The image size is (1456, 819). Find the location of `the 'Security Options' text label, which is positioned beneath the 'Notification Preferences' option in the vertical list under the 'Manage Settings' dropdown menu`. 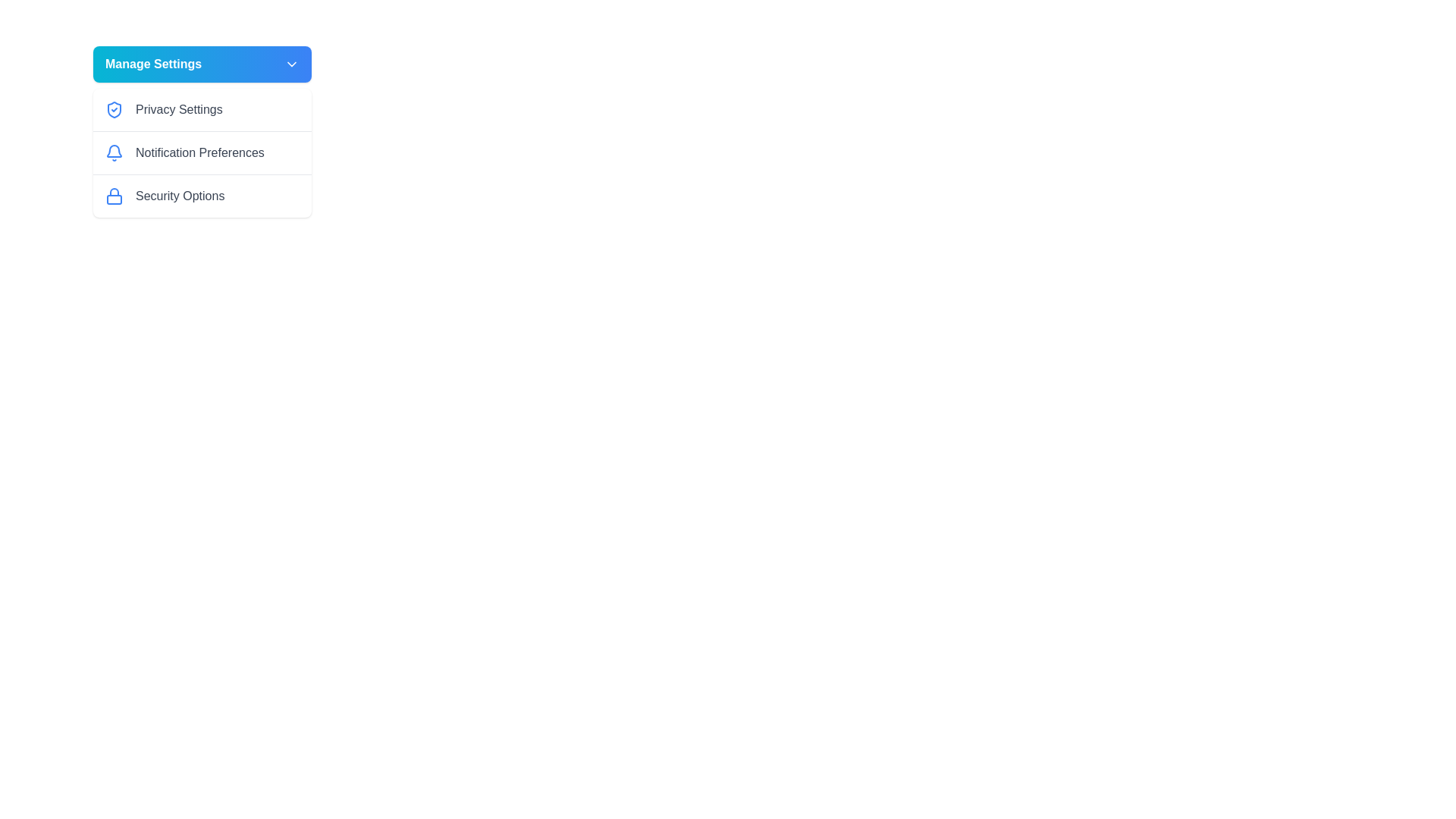

the 'Security Options' text label, which is positioned beneath the 'Notification Preferences' option in the vertical list under the 'Manage Settings' dropdown menu is located at coordinates (180, 195).